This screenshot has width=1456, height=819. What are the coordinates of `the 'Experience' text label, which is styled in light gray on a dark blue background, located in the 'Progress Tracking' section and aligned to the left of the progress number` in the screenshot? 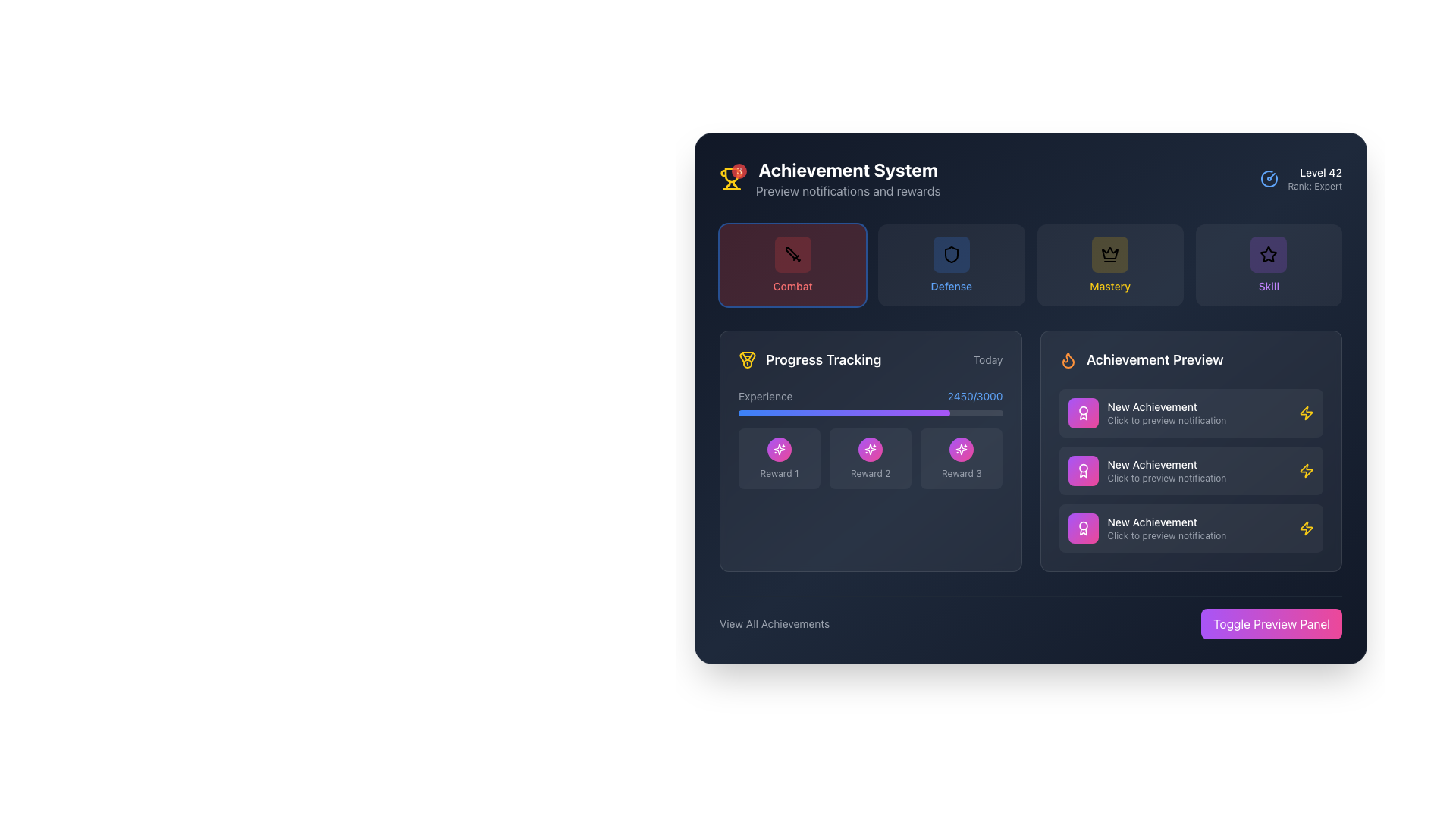 It's located at (765, 396).